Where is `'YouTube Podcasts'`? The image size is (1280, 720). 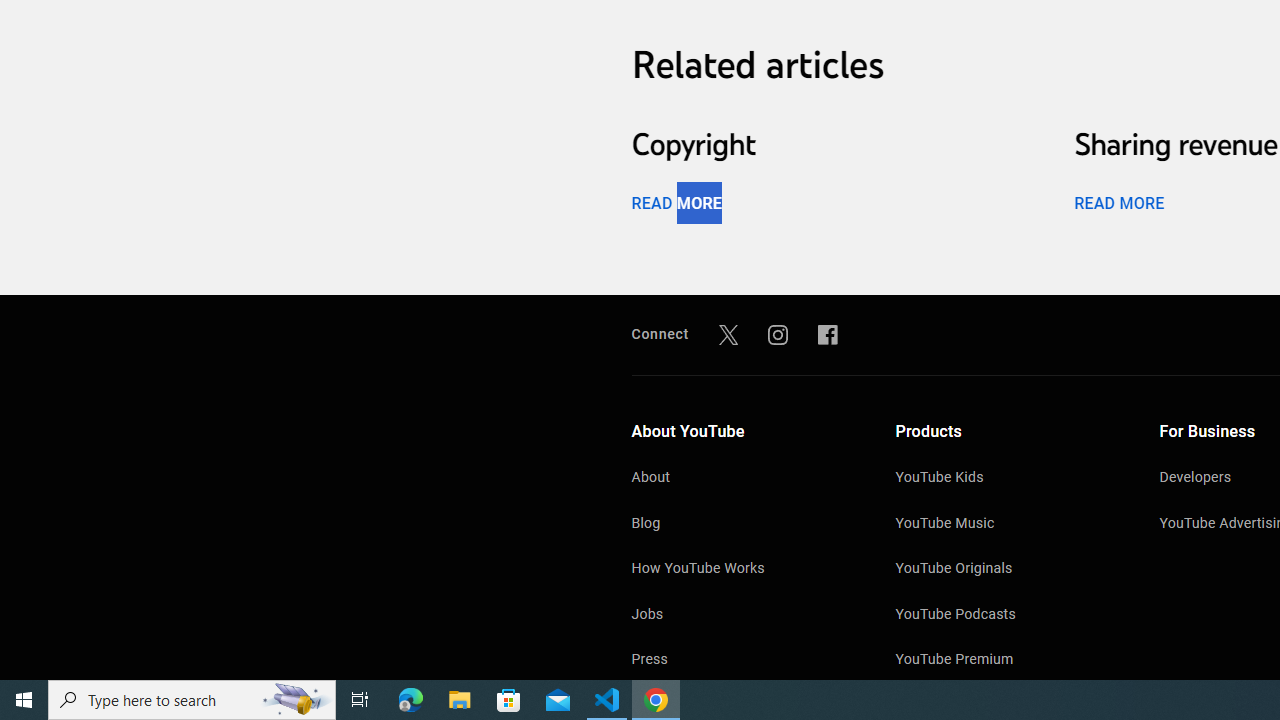
'YouTube Podcasts' is located at coordinates (1007, 615).